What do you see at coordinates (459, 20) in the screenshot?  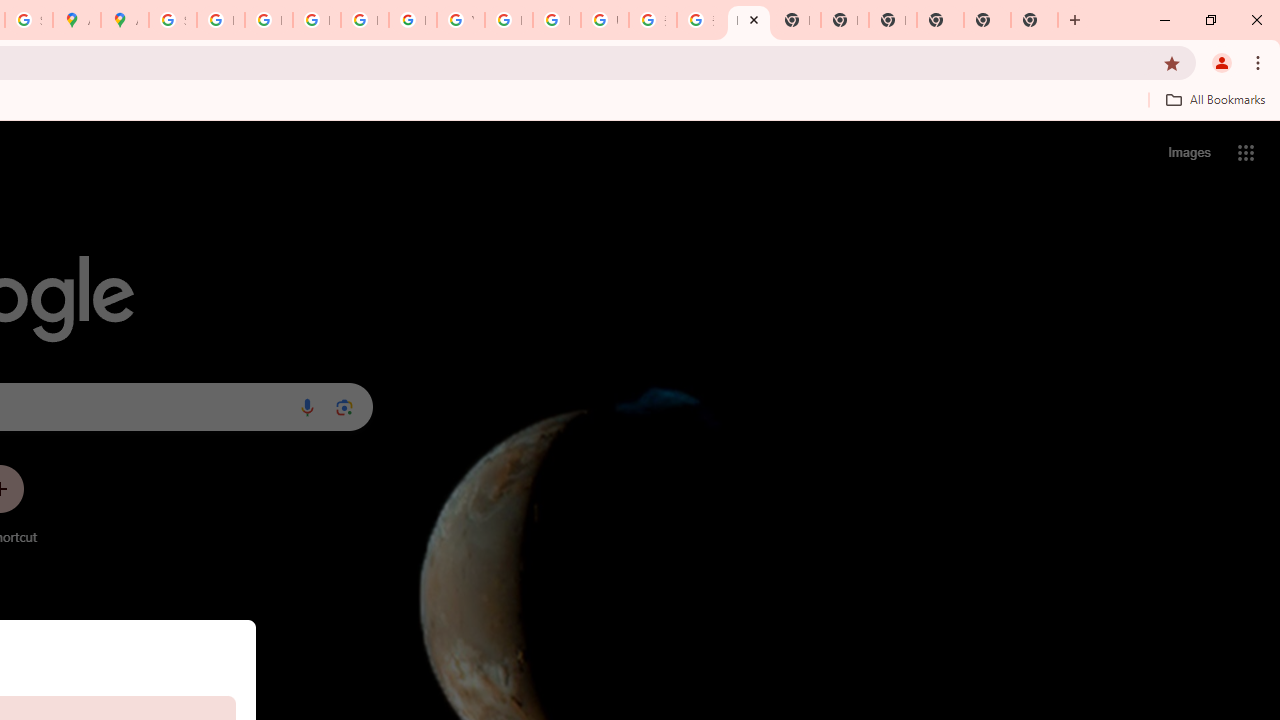 I see `'YouTube'` at bounding box center [459, 20].